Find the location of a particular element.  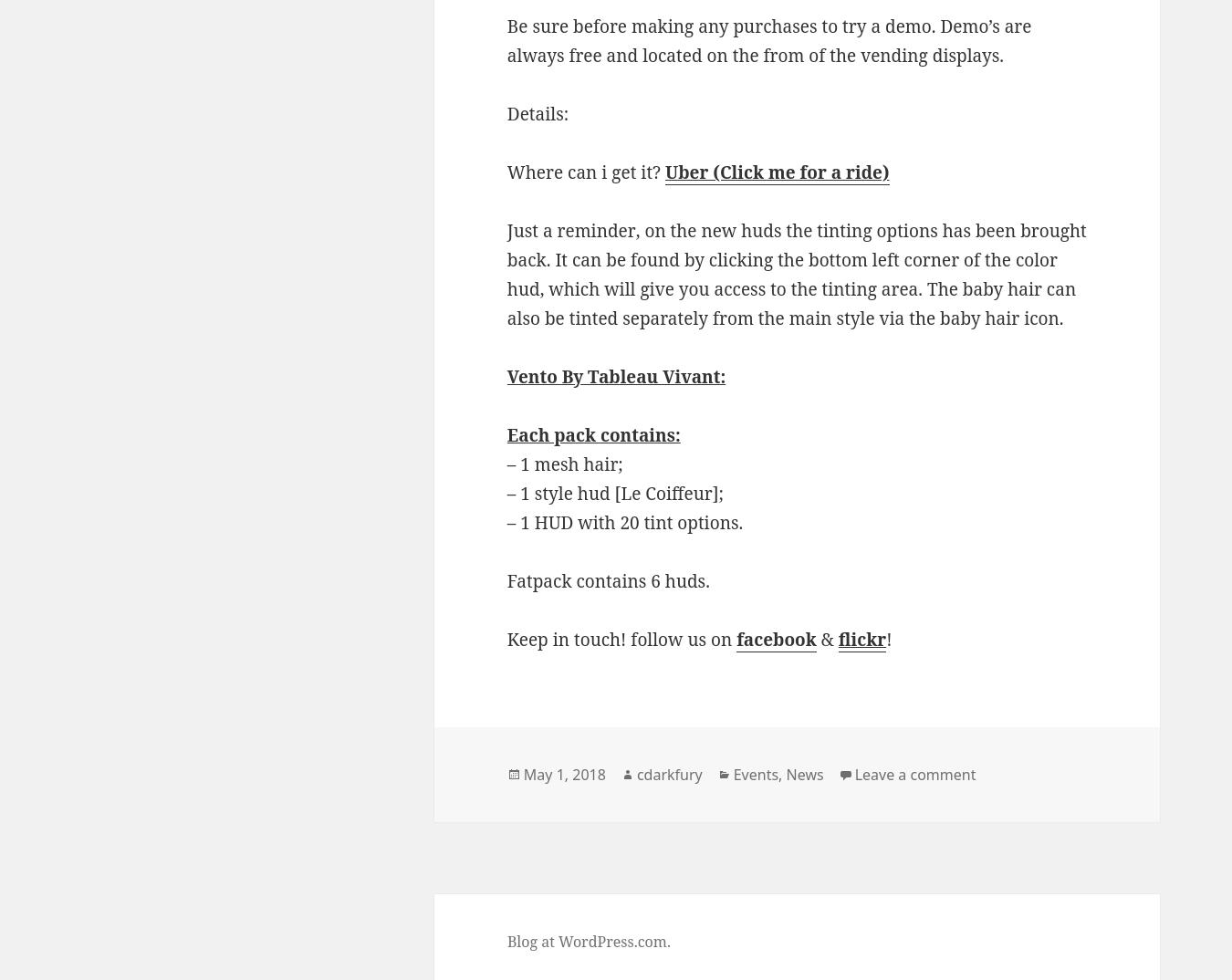

'News' is located at coordinates (804, 774).